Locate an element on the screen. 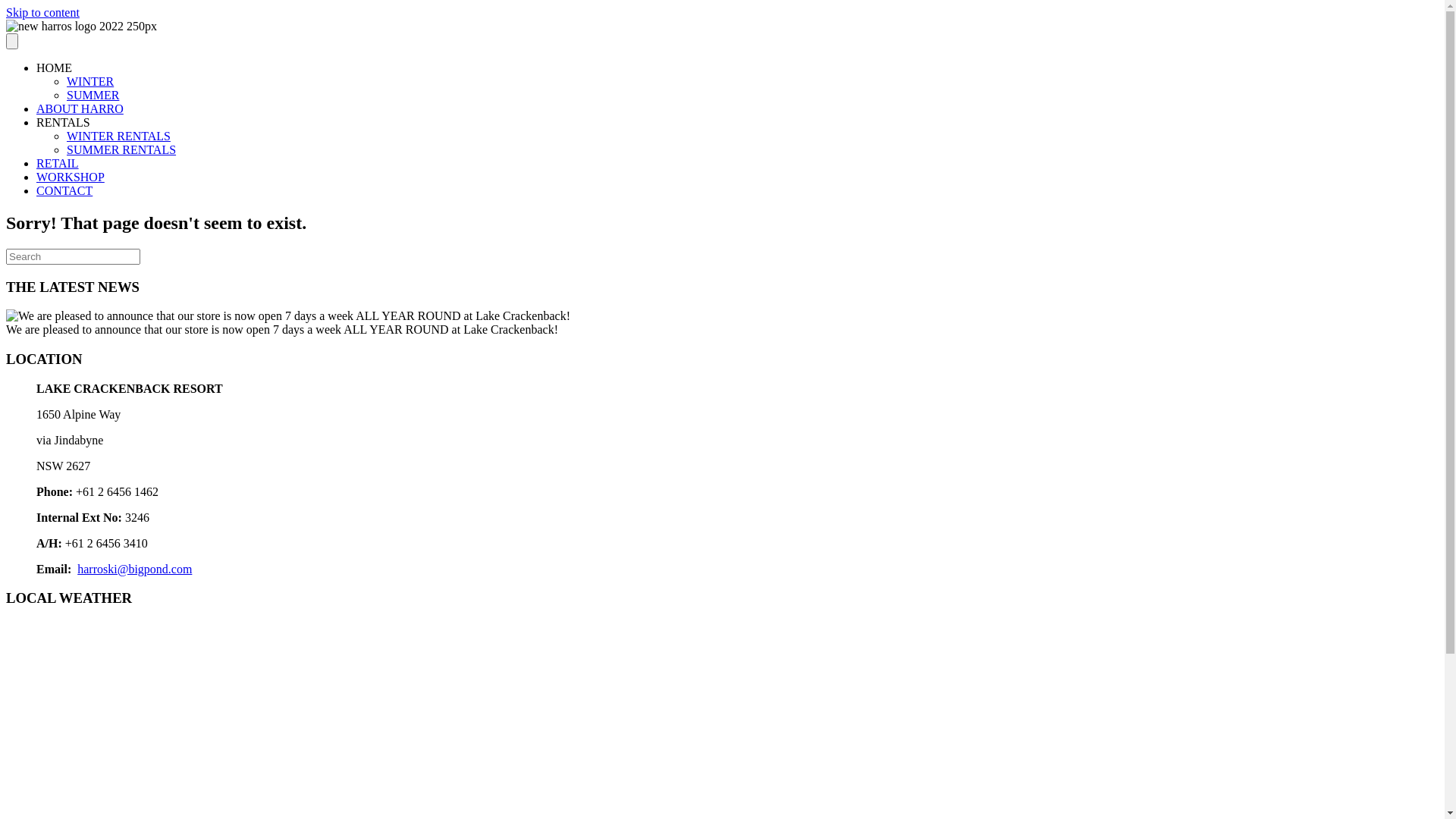 This screenshot has height=819, width=1456. 'new harros logo 2022 250px' is located at coordinates (80, 26).